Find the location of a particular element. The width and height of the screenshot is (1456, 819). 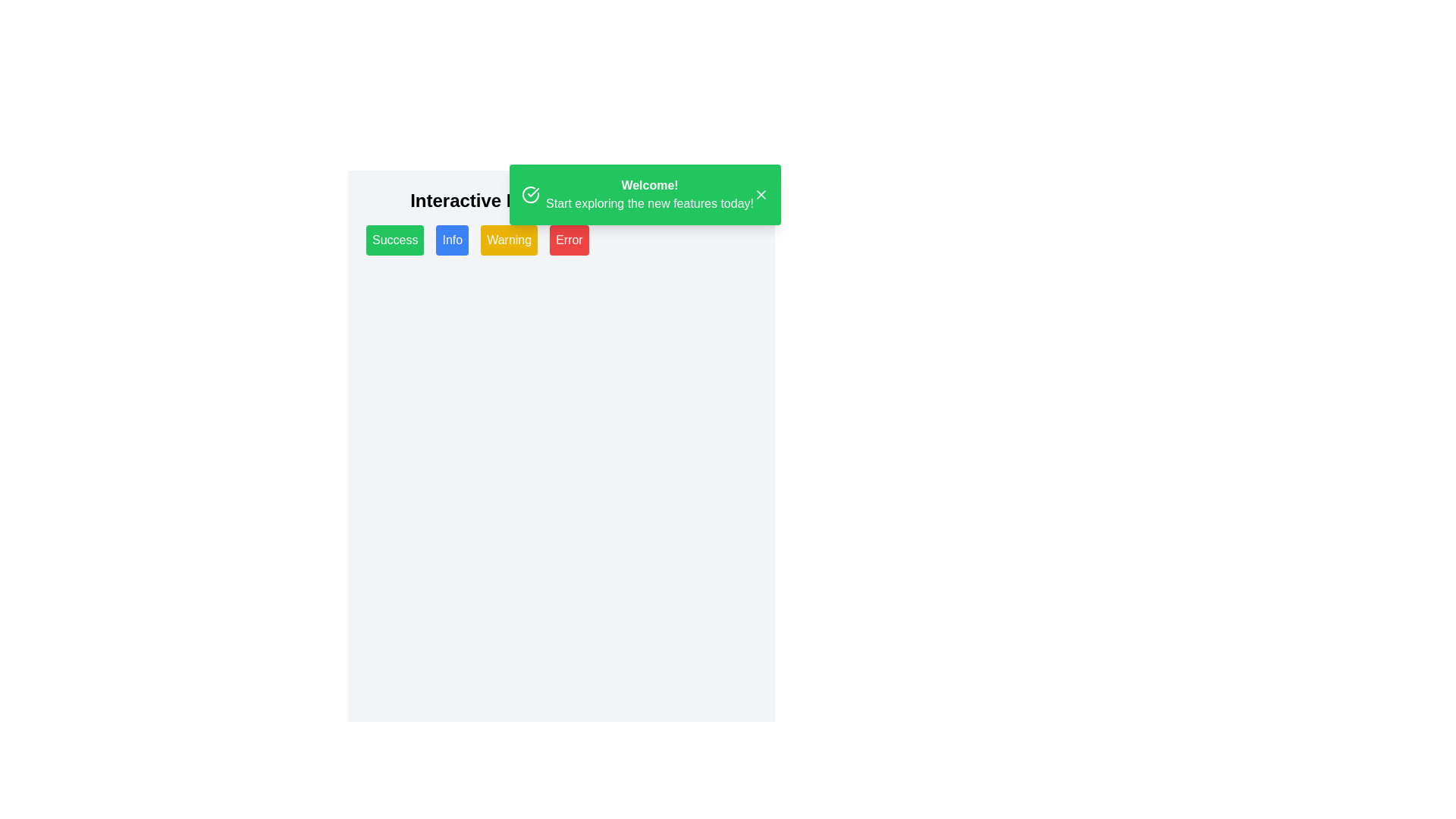

the 'Warning' button, which is the third button in a row of four buttons labeled 'Success,' 'Info,' 'Warning,' and 'Error' is located at coordinates (509, 239).